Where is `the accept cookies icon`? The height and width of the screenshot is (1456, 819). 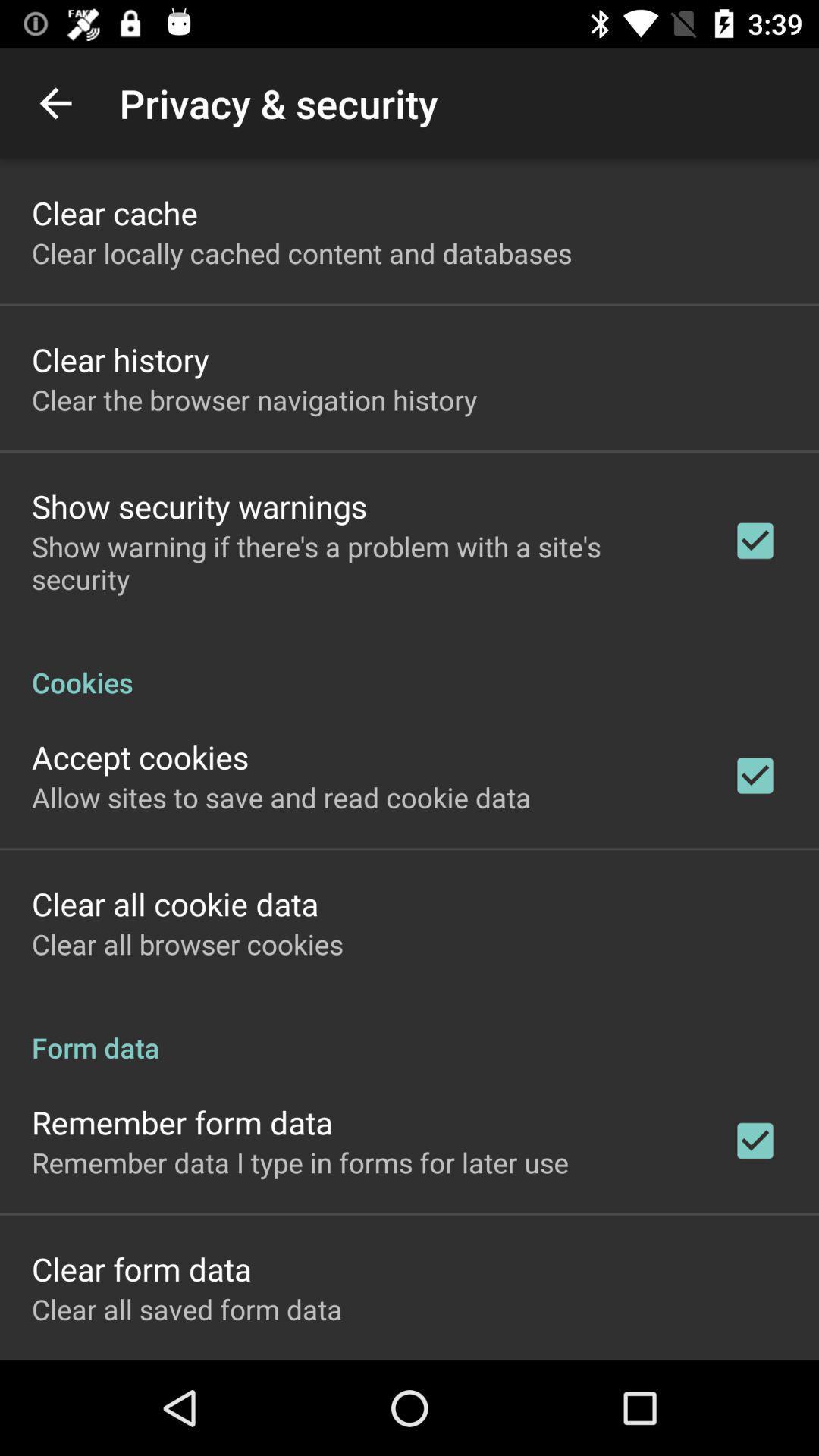 the accept cookies icon is located at coordinates (140, 757).